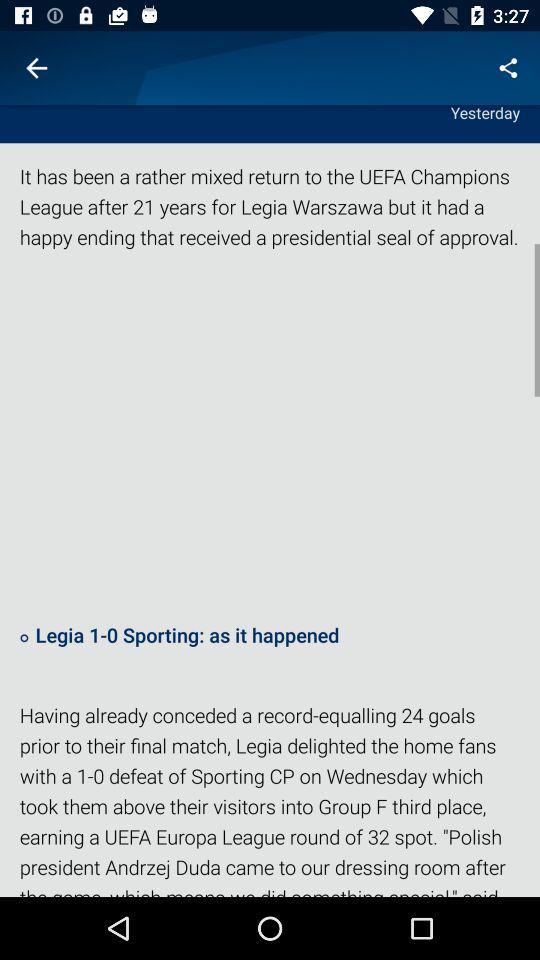 The height and width of the screenshot is (960, 540). I want to click on the item below the yesterday icon, so click(270, 215).